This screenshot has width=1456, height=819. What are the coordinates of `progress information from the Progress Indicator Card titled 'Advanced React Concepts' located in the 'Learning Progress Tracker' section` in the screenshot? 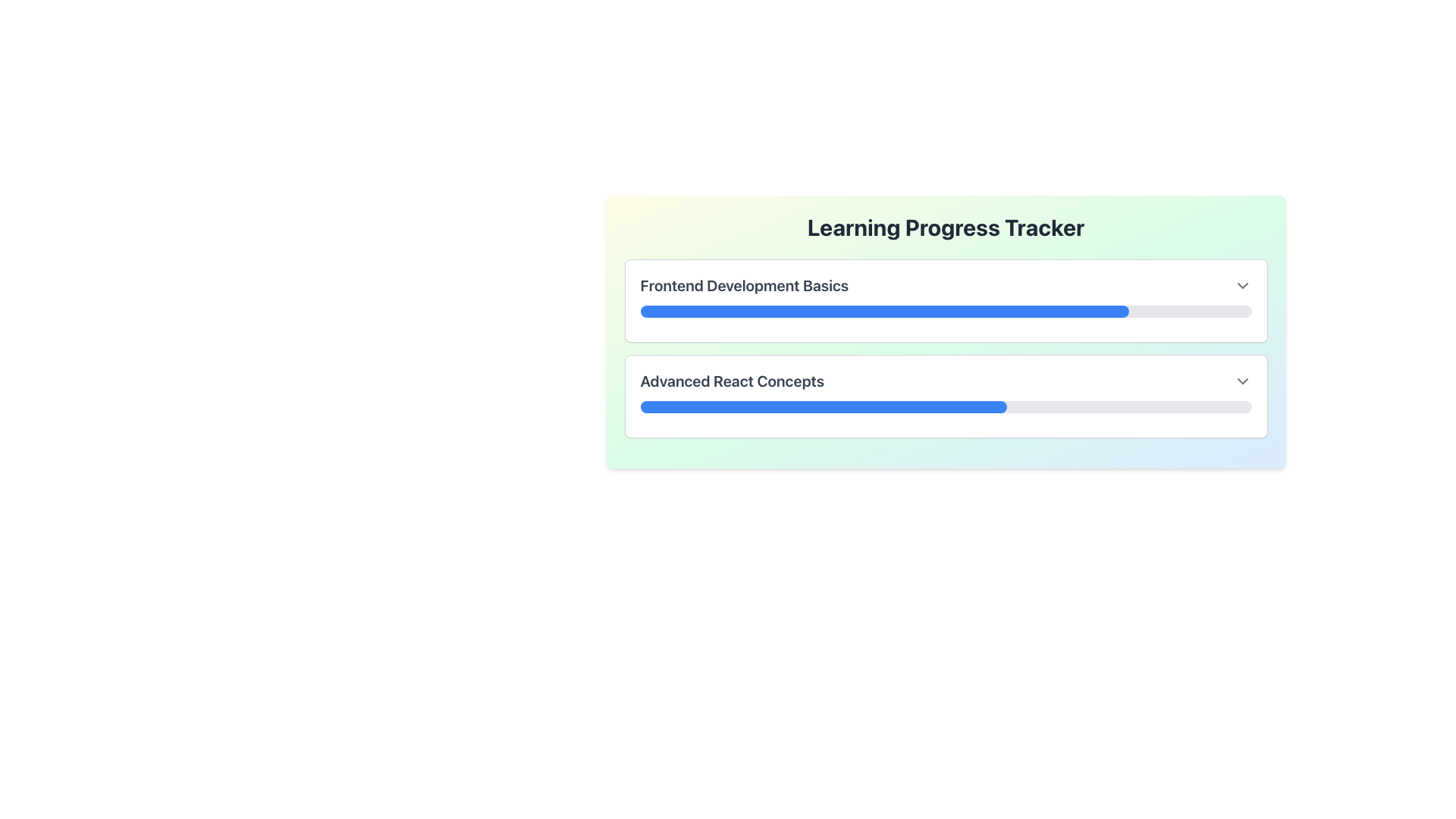 It's located at (945, 396).